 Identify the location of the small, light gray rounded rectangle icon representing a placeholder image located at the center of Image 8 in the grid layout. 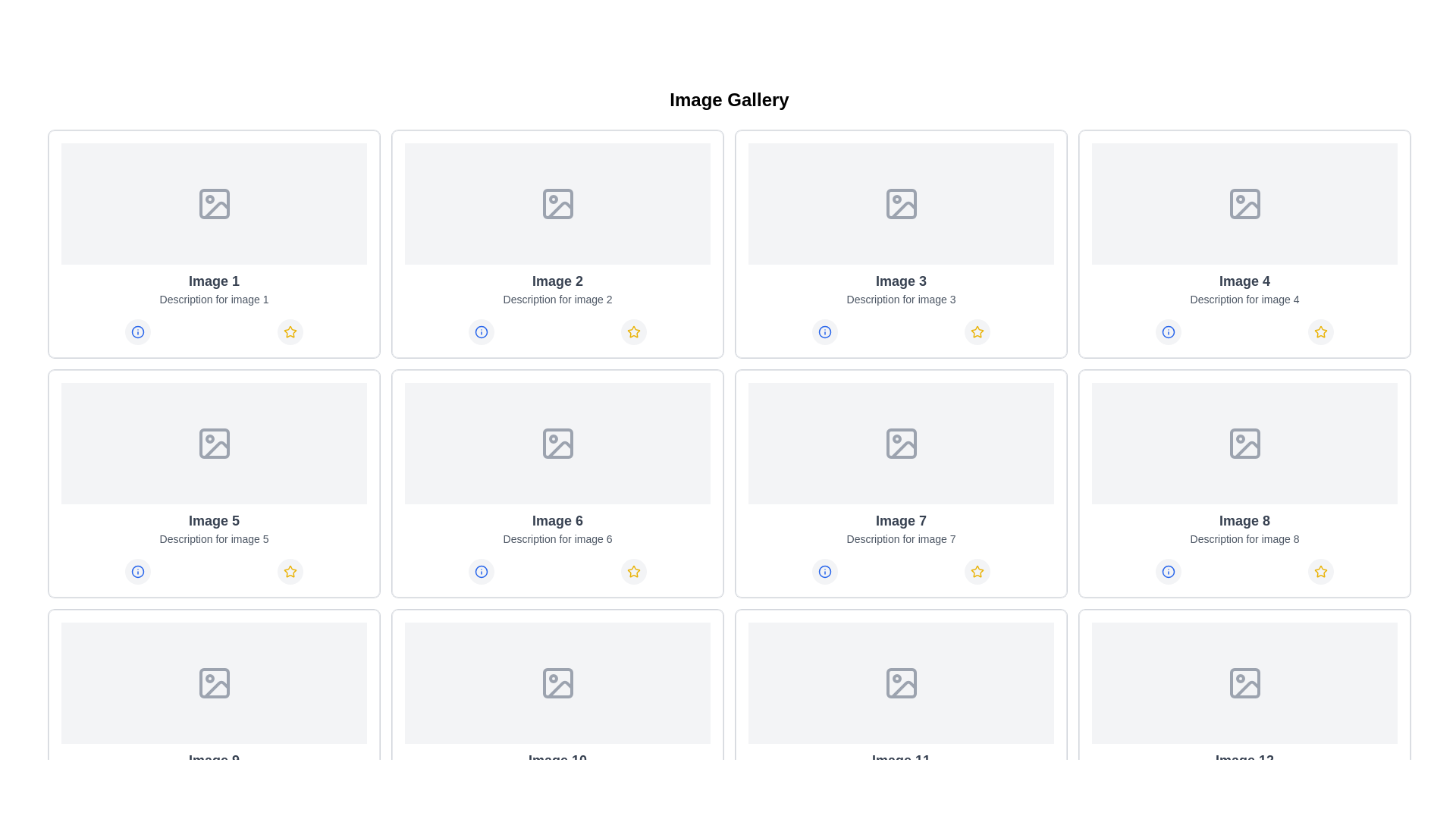
(1244, 444).